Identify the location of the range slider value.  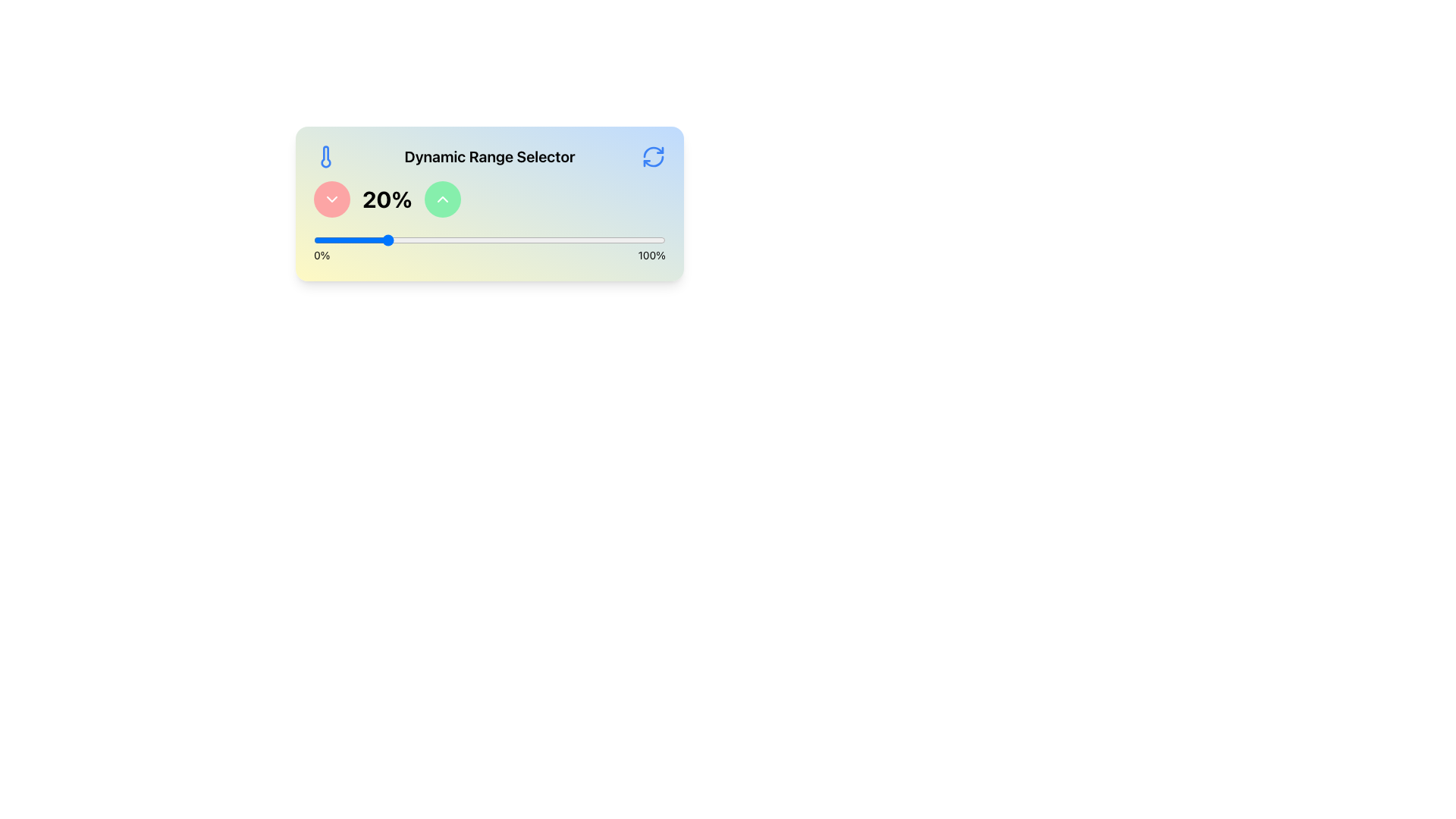
(637, 239).